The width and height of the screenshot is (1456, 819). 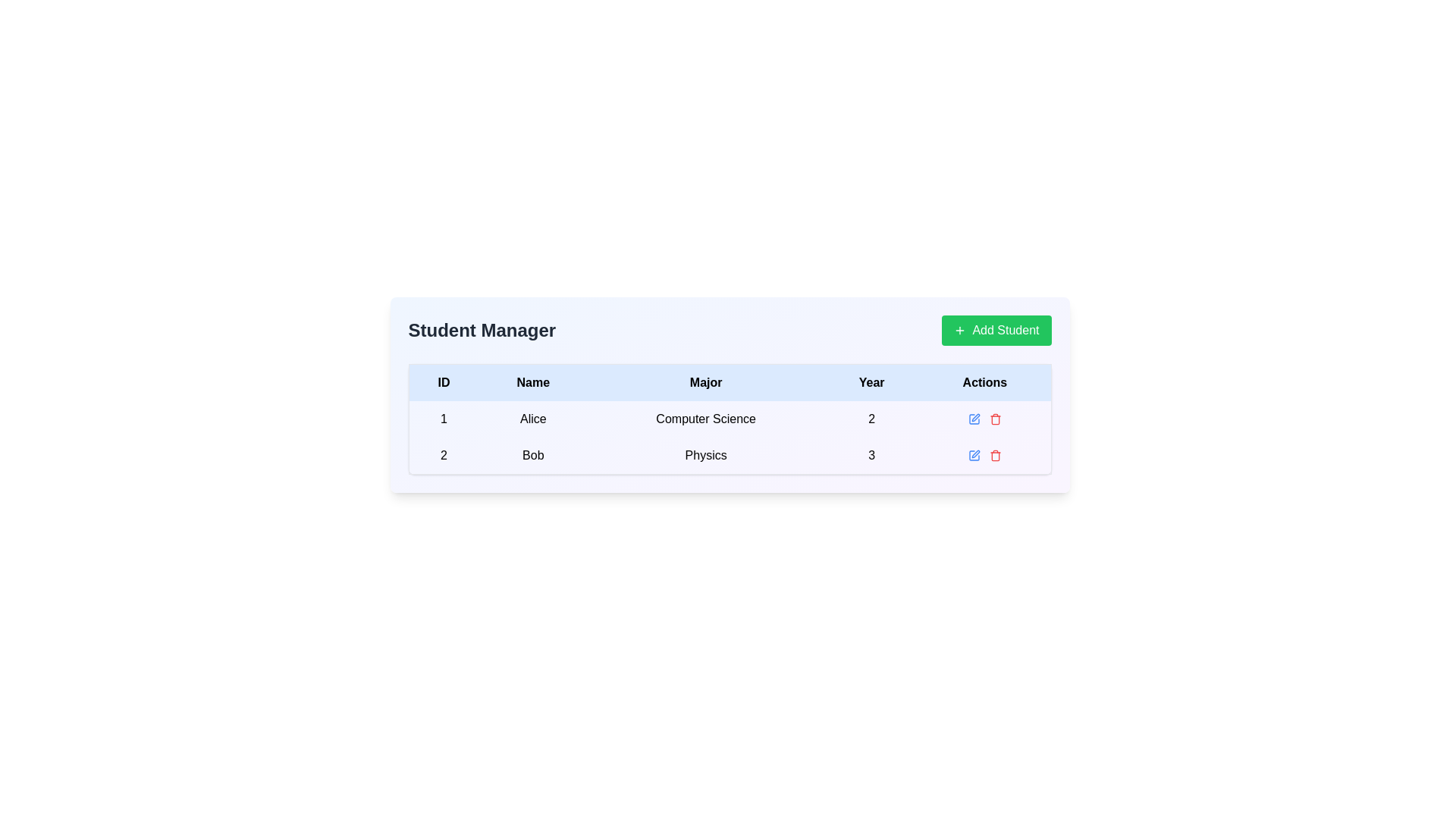 What do you see at coordinates (995, 455) in the screenshot?
I see `the trash can icon in the 'Actions' column of the second row in the 'Student Manager' table to change its color` at bounding box center [995, 455].